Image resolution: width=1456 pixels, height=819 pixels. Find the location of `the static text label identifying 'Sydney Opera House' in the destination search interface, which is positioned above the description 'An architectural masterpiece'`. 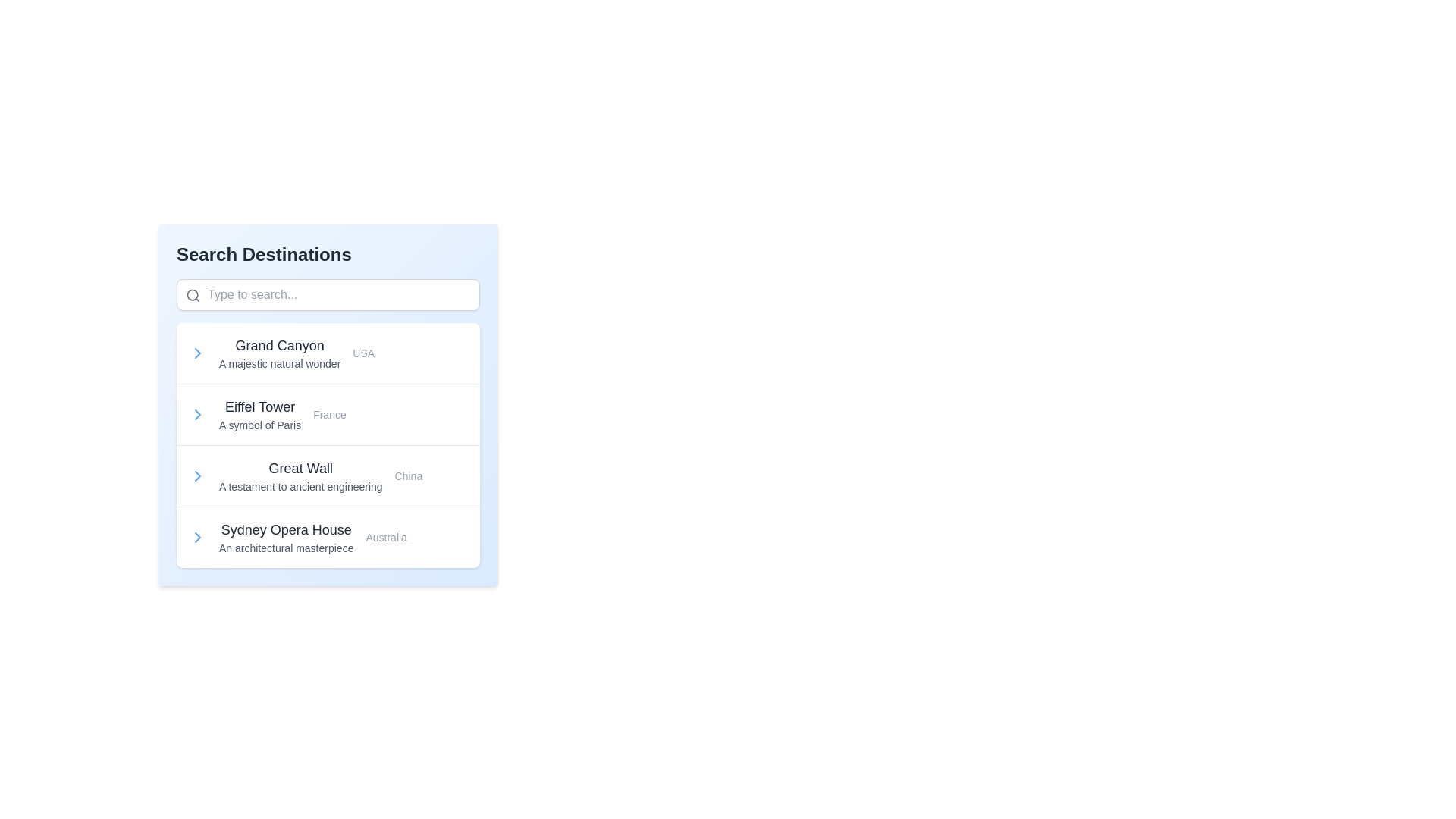

the static text label identifying 'Sydney Opera House' in the destination search interface, which is positioned above the description 'An architectural masterpiece' is located at coordinates (286, 529).